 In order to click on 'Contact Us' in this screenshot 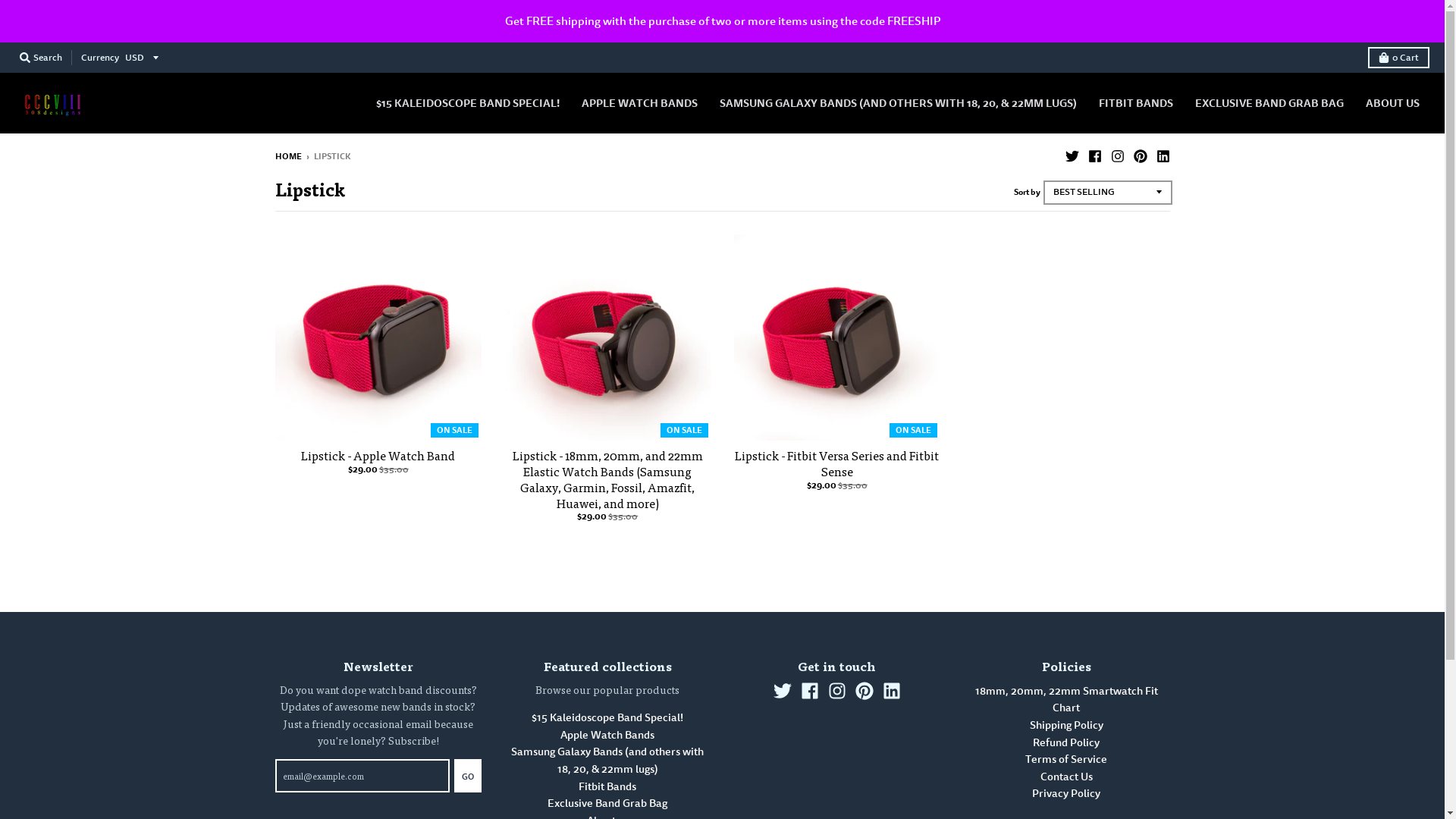, I will do `click(1065, 777)`.